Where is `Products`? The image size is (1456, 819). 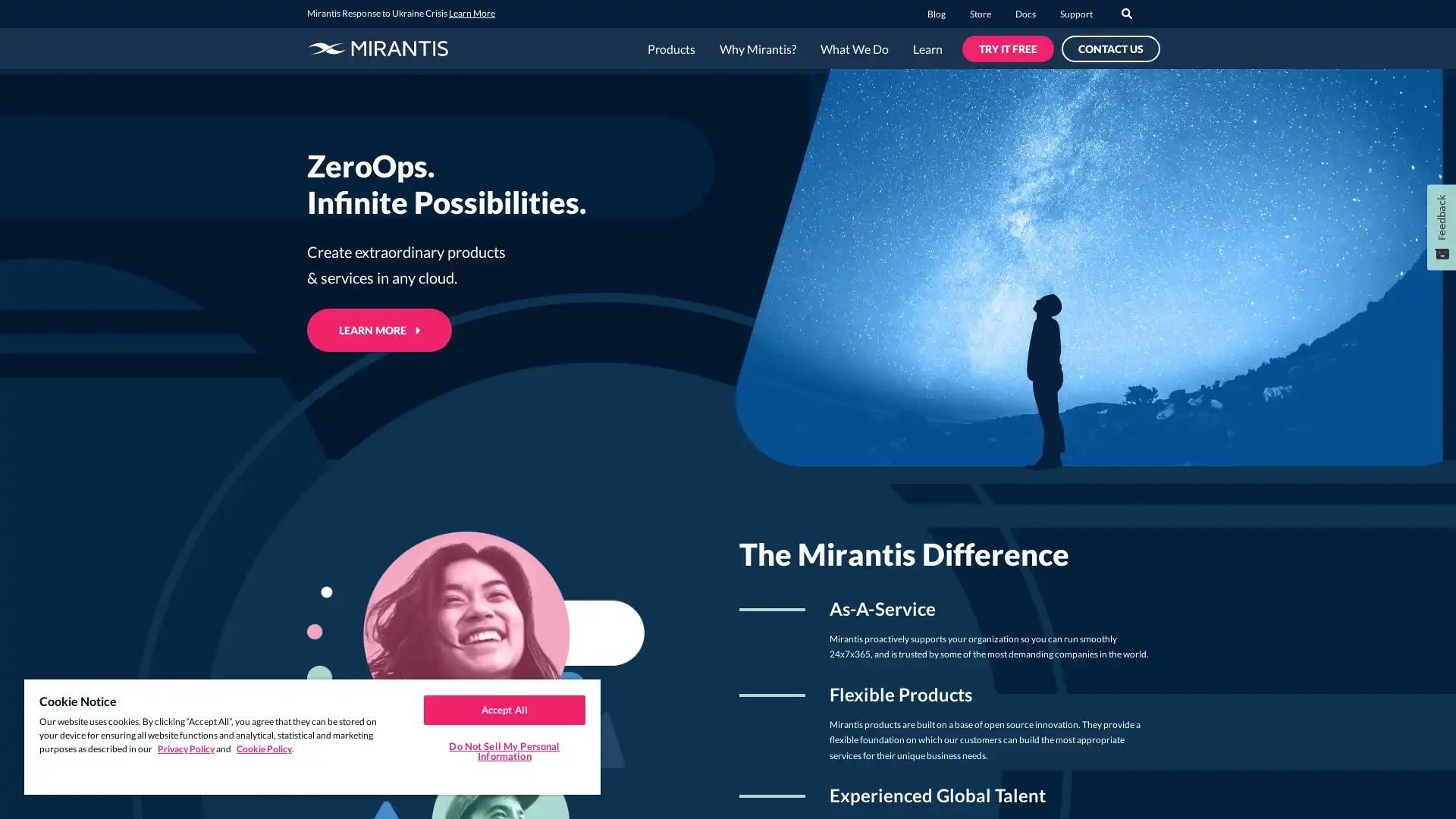
Products is located at coordinates (670, 49).